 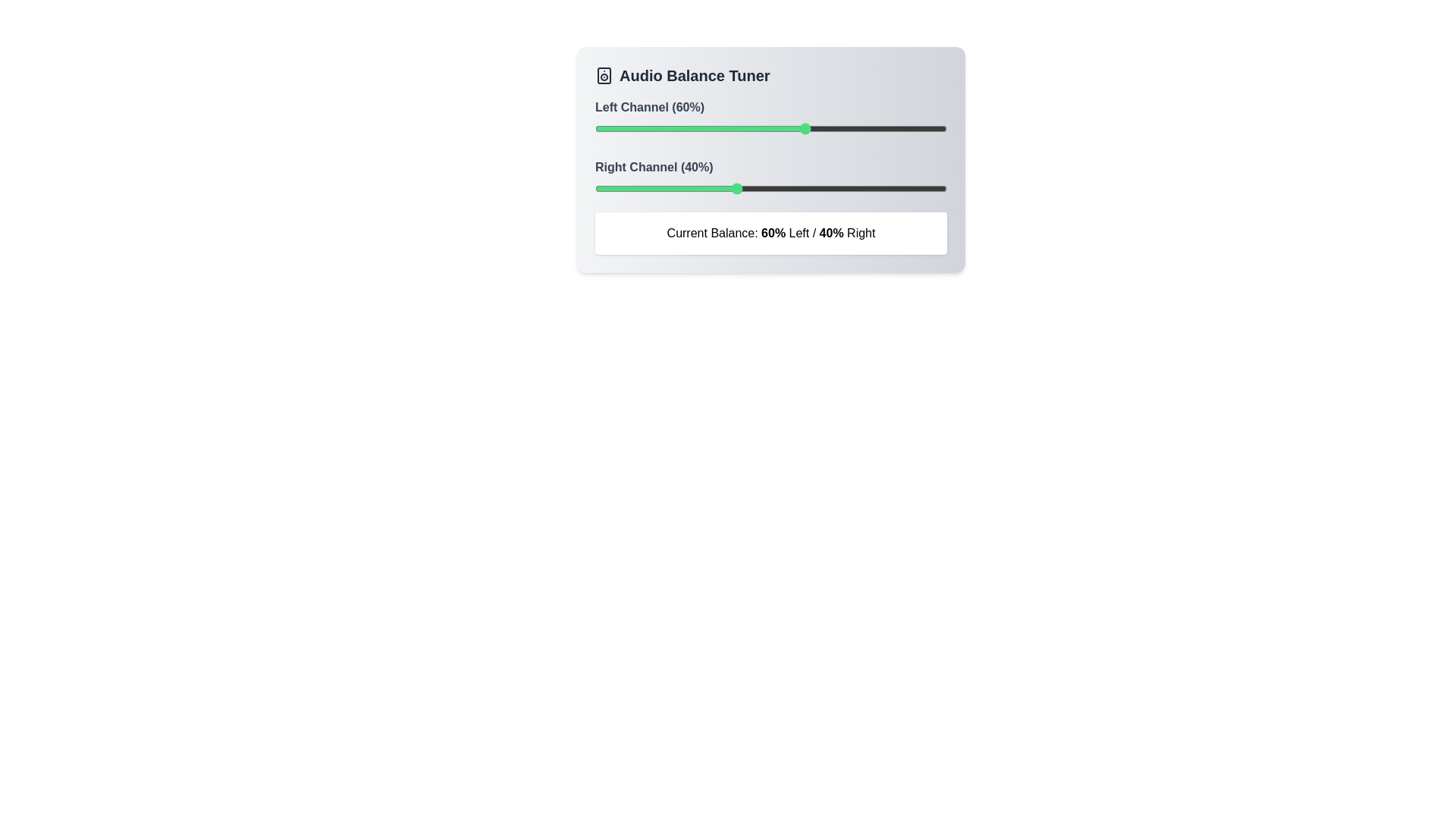 What do you see at coordinates (858, 127) in the screenshot?
I see `the balance of the 0 channel to 75%` at bounding box center [858, 127].